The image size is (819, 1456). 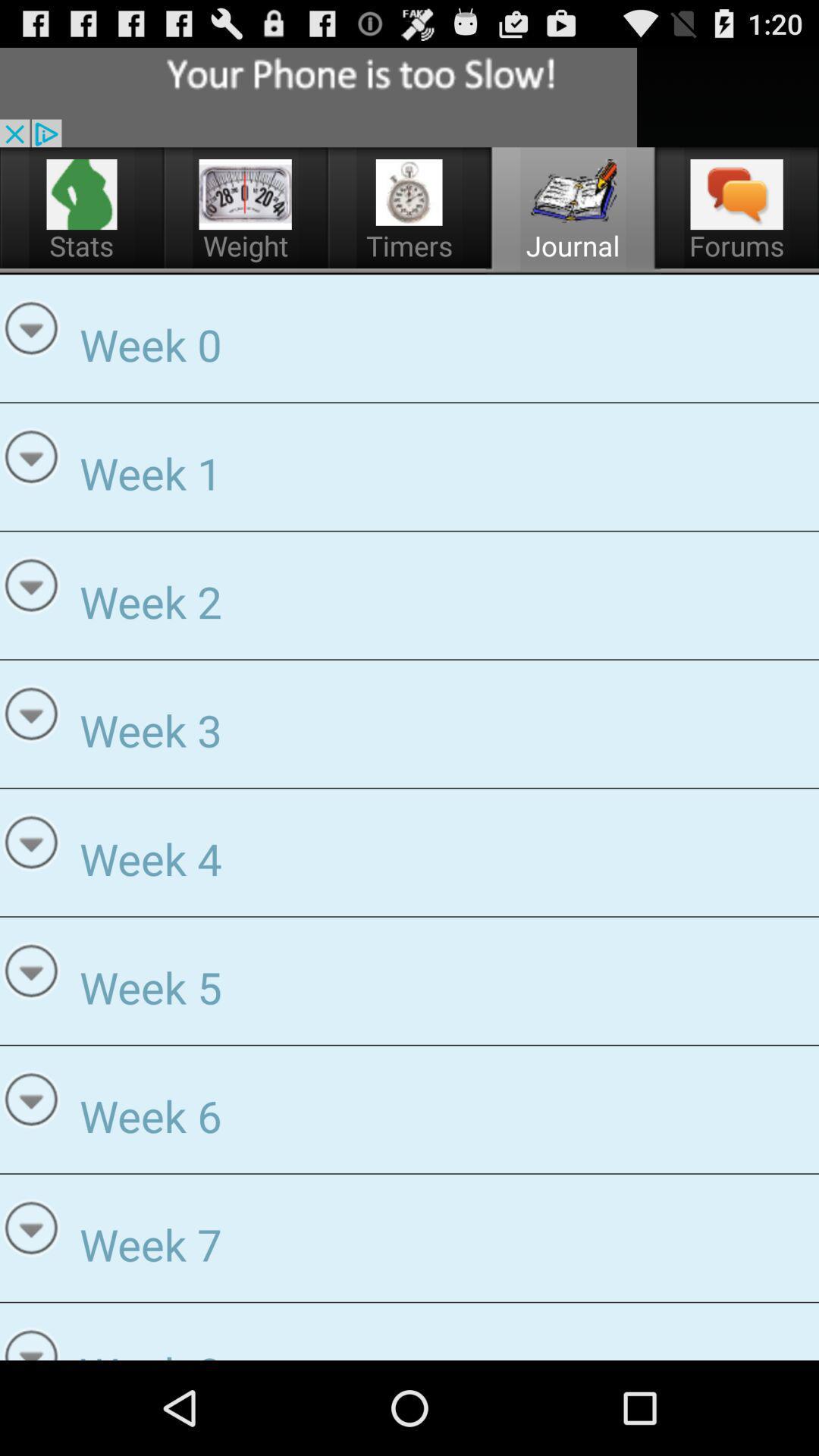 I want to click on forums icon, so click(x=736, y=193).